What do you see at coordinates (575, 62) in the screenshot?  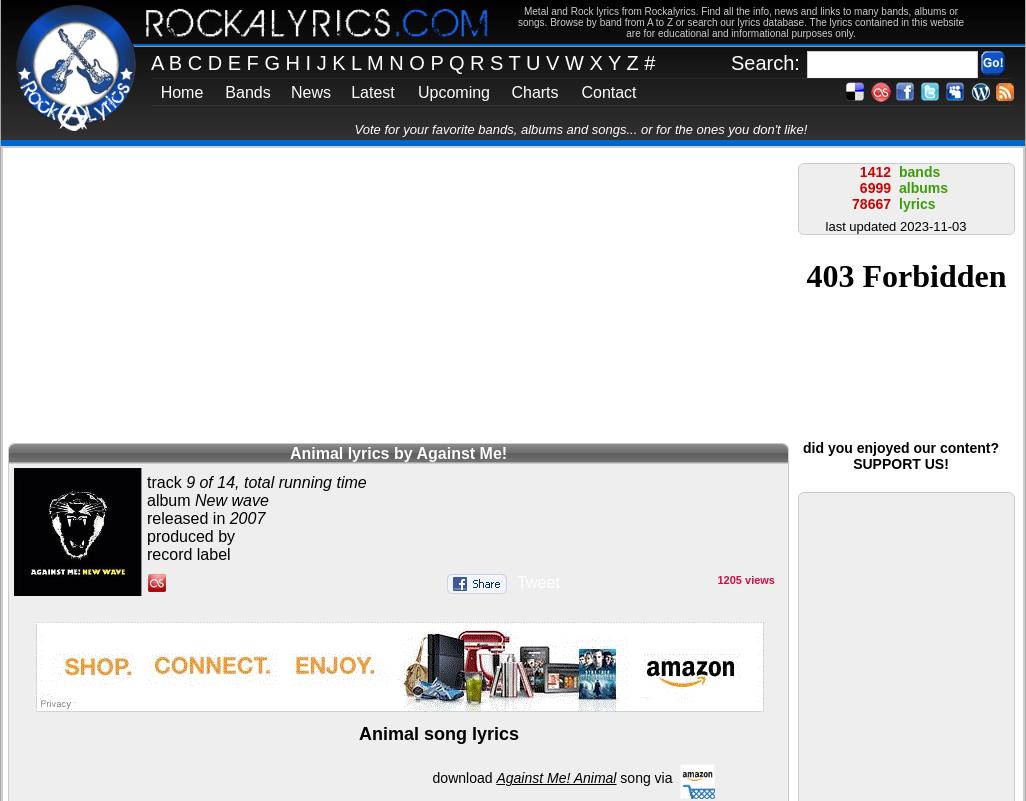 I see `'W'` at bounding box center [575, 62].